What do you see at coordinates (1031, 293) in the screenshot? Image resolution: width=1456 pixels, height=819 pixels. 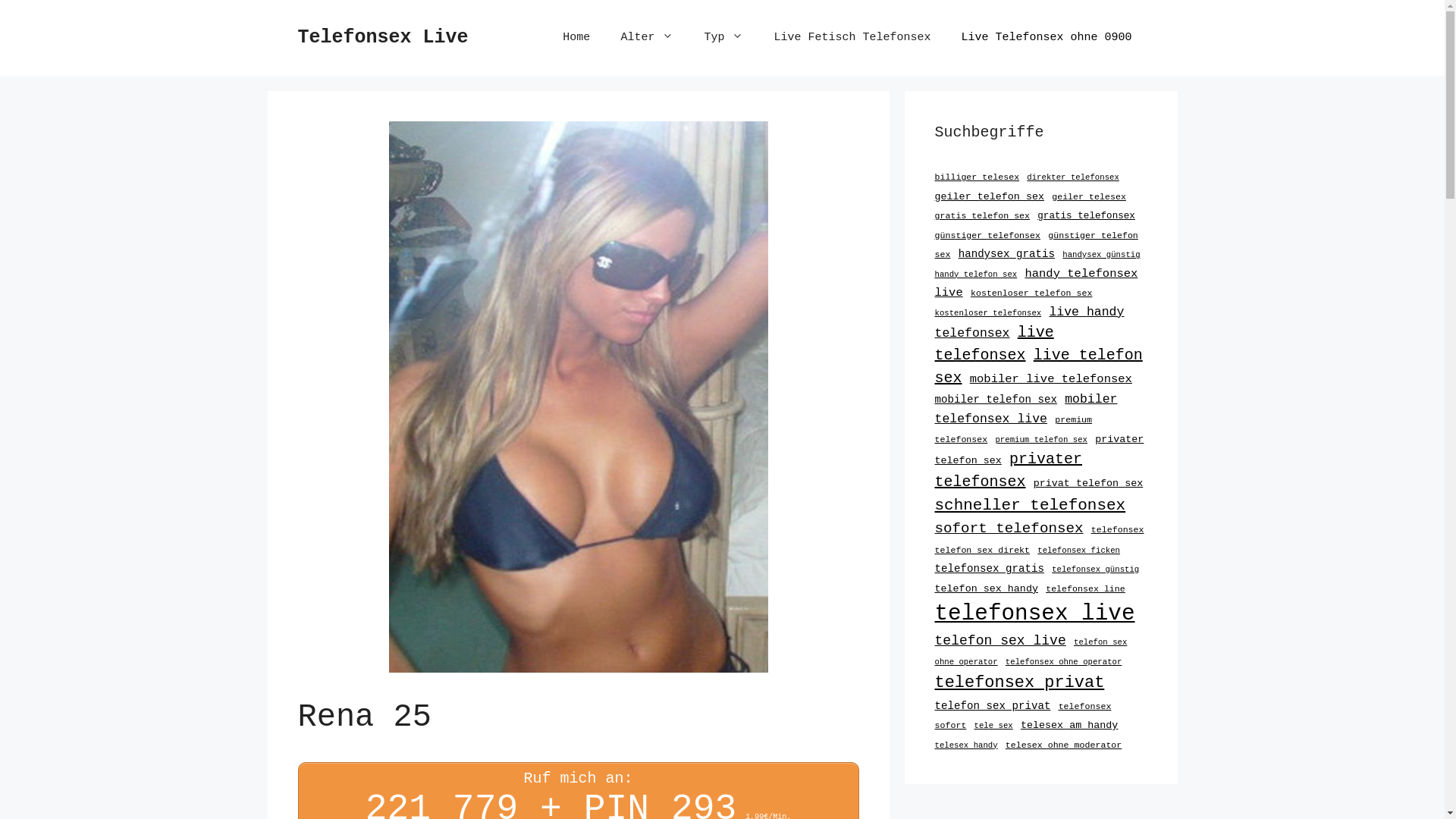 I see `'kostenloser telefon sex'` at bounding box center [1031, 293].